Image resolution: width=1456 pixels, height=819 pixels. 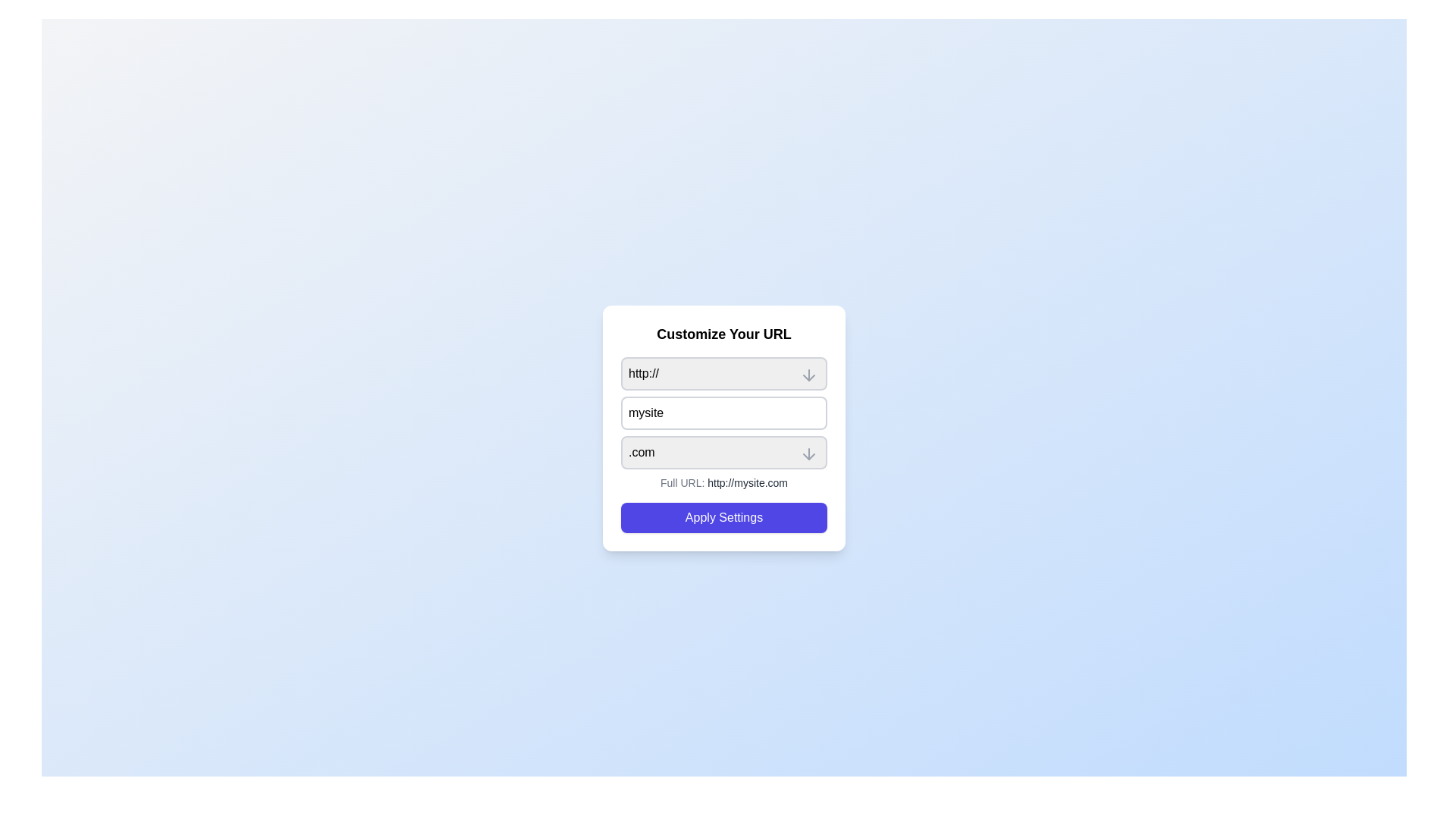 What do you see at coordinates (808, 375) in the screenshot?
I see `the down arrow icon in the top-right corner of the protocol selection dropdown` at bounding box center [808, 375].